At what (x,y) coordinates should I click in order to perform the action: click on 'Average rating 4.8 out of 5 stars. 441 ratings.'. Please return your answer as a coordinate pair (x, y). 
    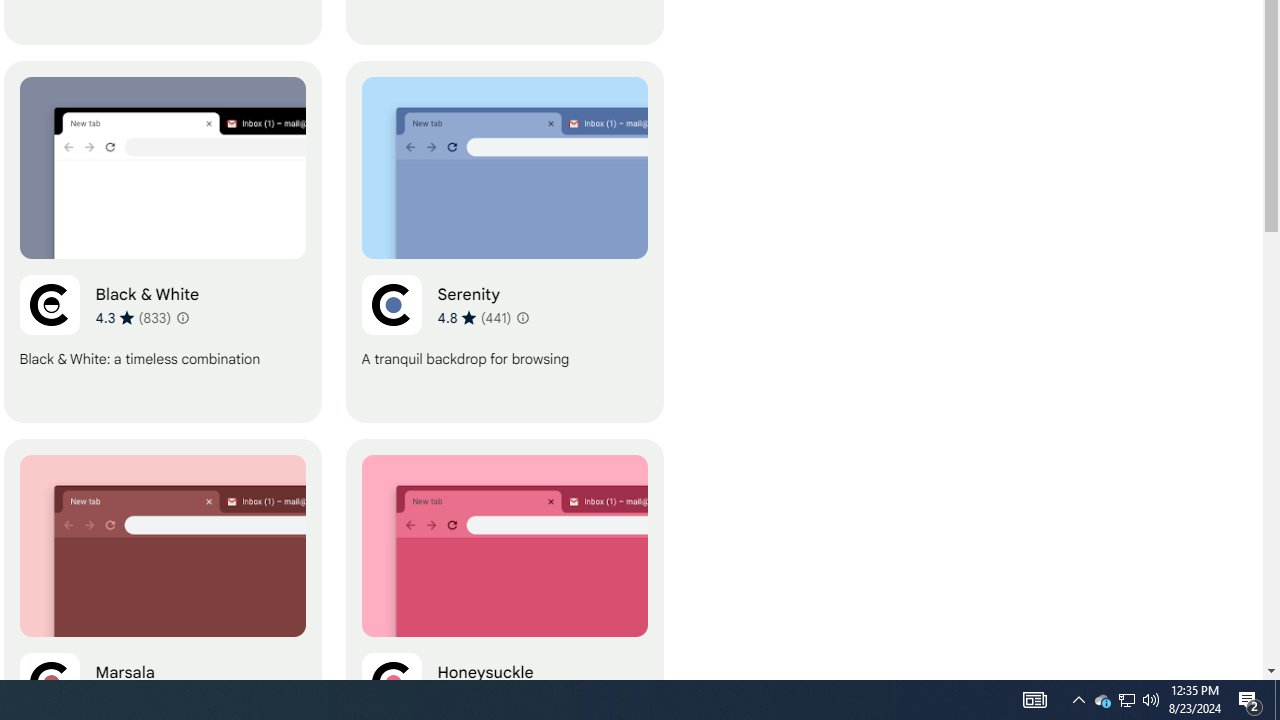
    Looking at the image, I should click on (473, 316).